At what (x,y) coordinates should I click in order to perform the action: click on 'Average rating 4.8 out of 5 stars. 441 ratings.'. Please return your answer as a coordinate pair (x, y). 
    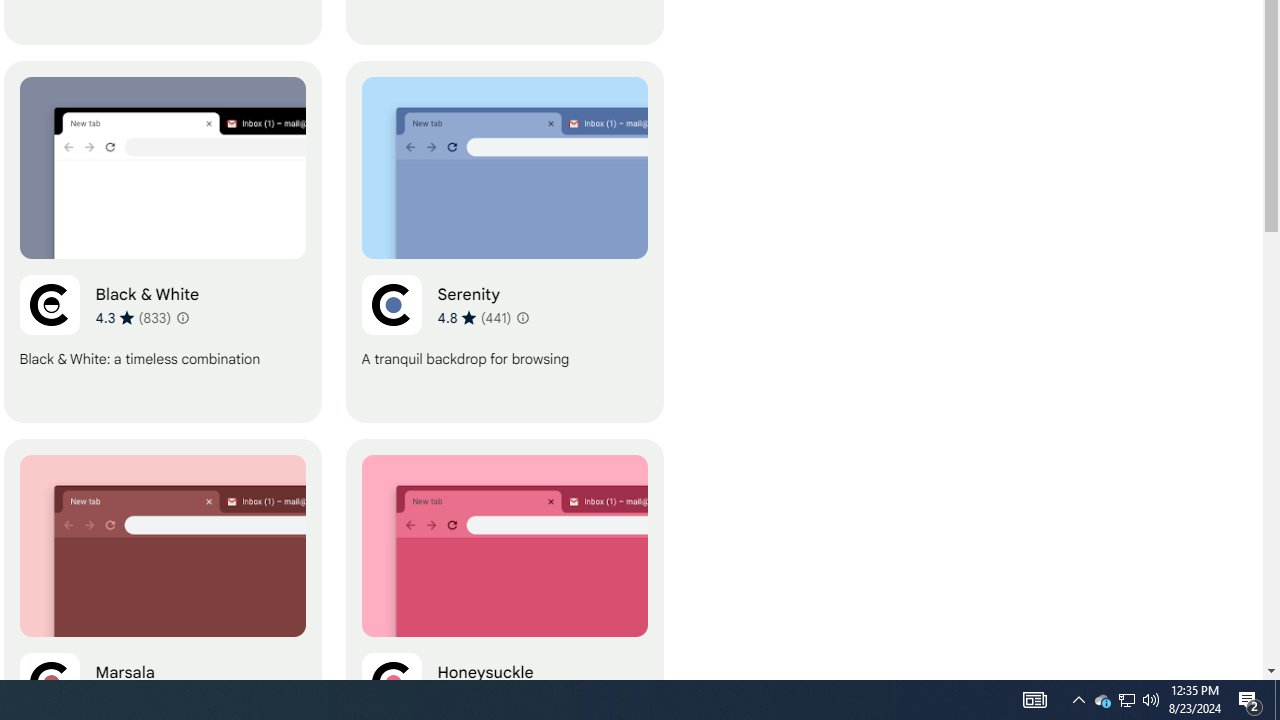
    Looking at the image, I should click on (473, 316).